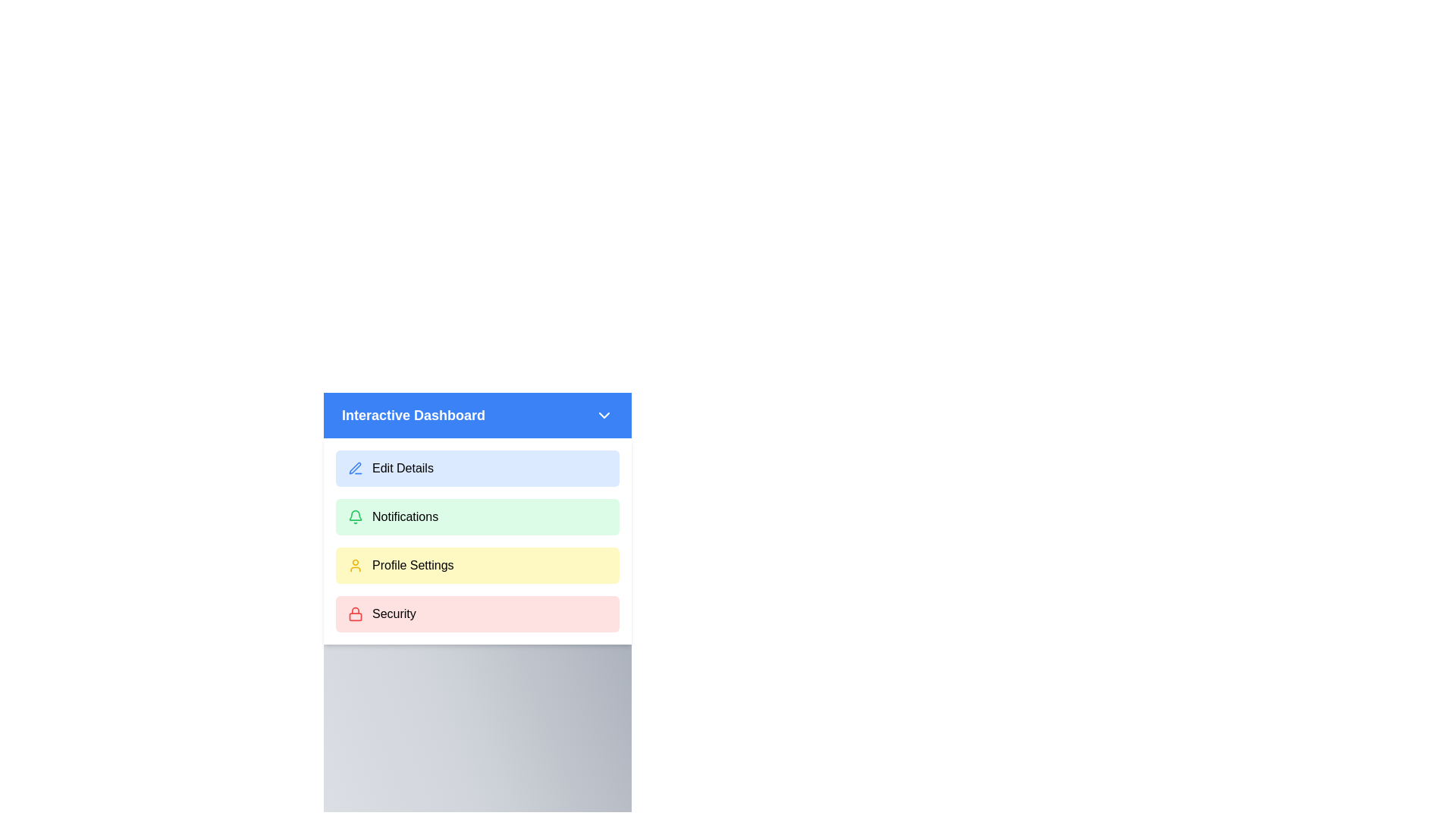 Image resolution: width=1456 pixels, height=819 pixels. Describe the element at coordinates (476, 565) in the screenshot. I see `the menu option Profile Settings from the list` at that location.